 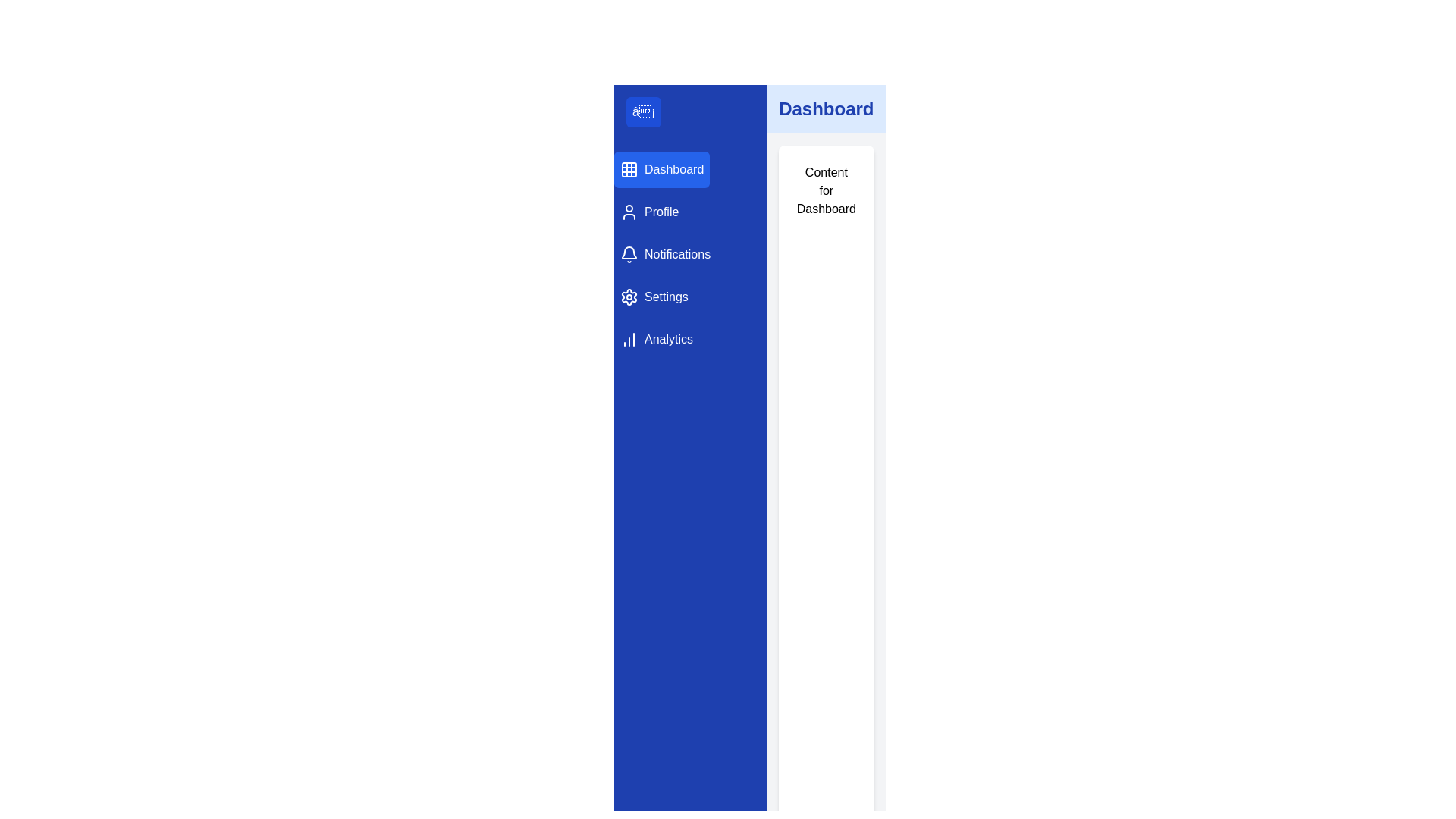 What do you see at coordinates (673, 169) in the screenshot?
I see `text label displaying 'Dashboard' styled in blue font, which is part of the sidebar navigation under the grid icon` at bounding box center [673, 169].